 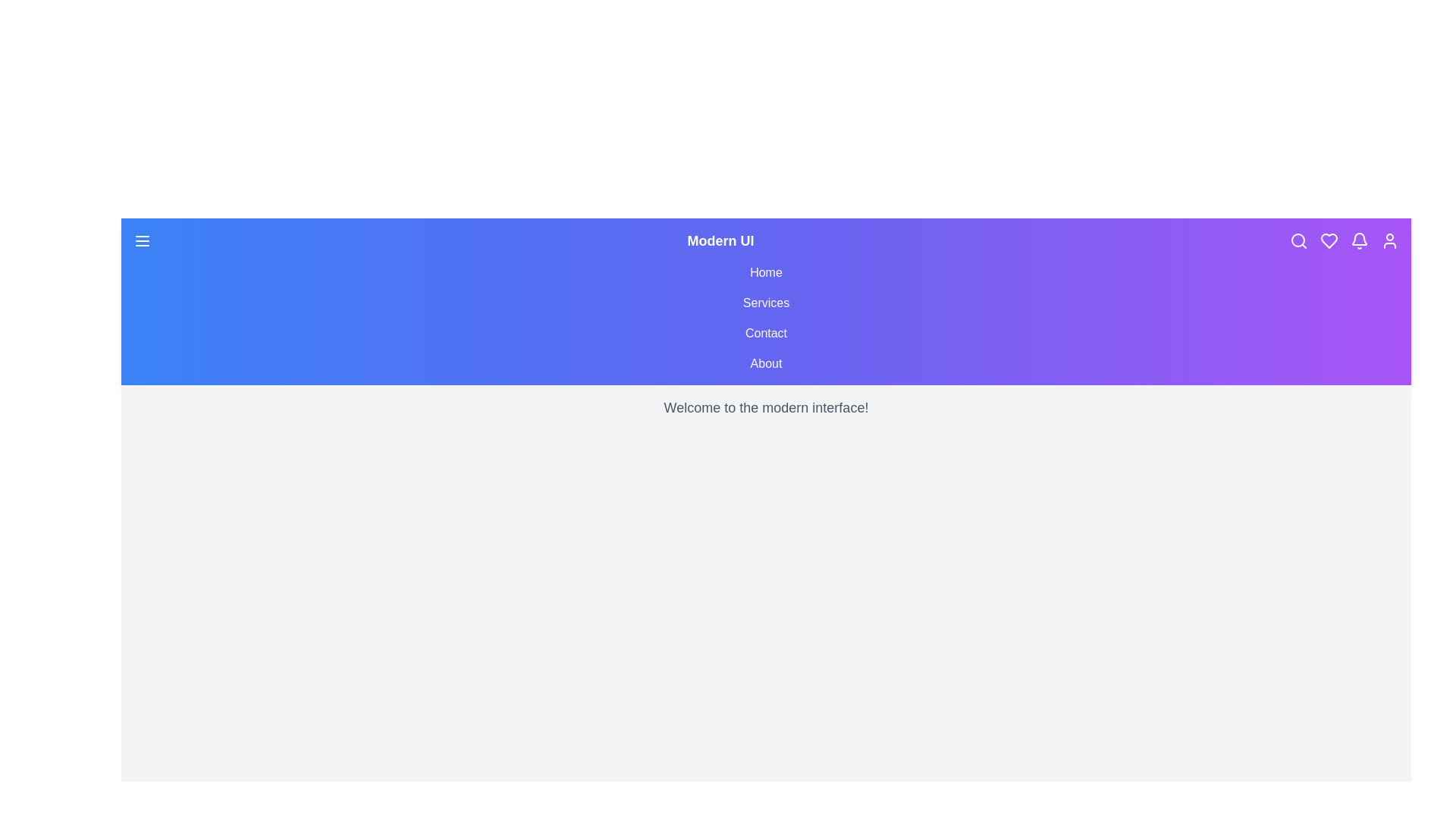 I want to click on the bell icon to access notifications, so click(x=1360, y=240).